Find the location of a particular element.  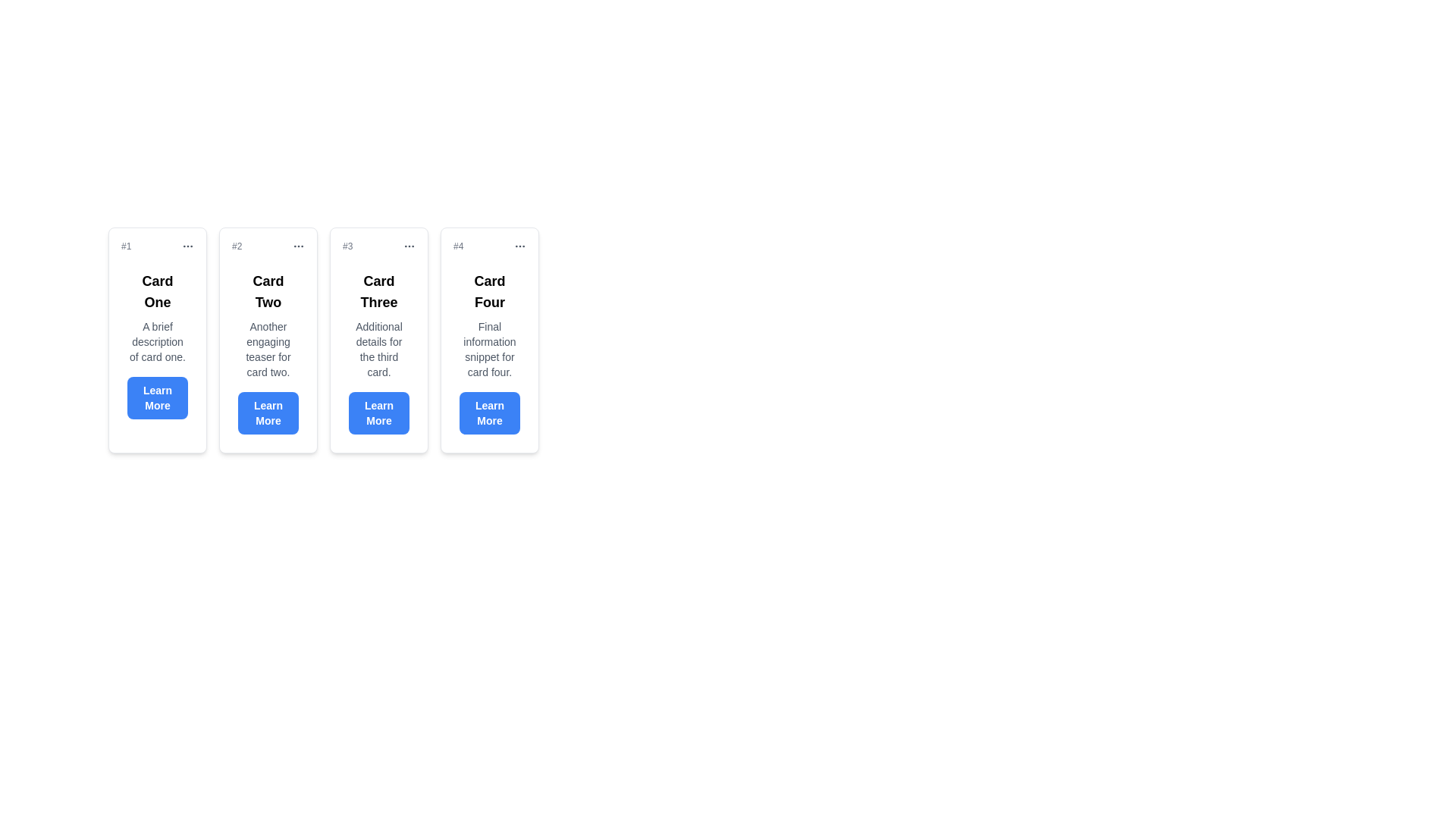

the 'Learn More' button located at the bottom of 'Card Two' is located at coordinates (268, 413).